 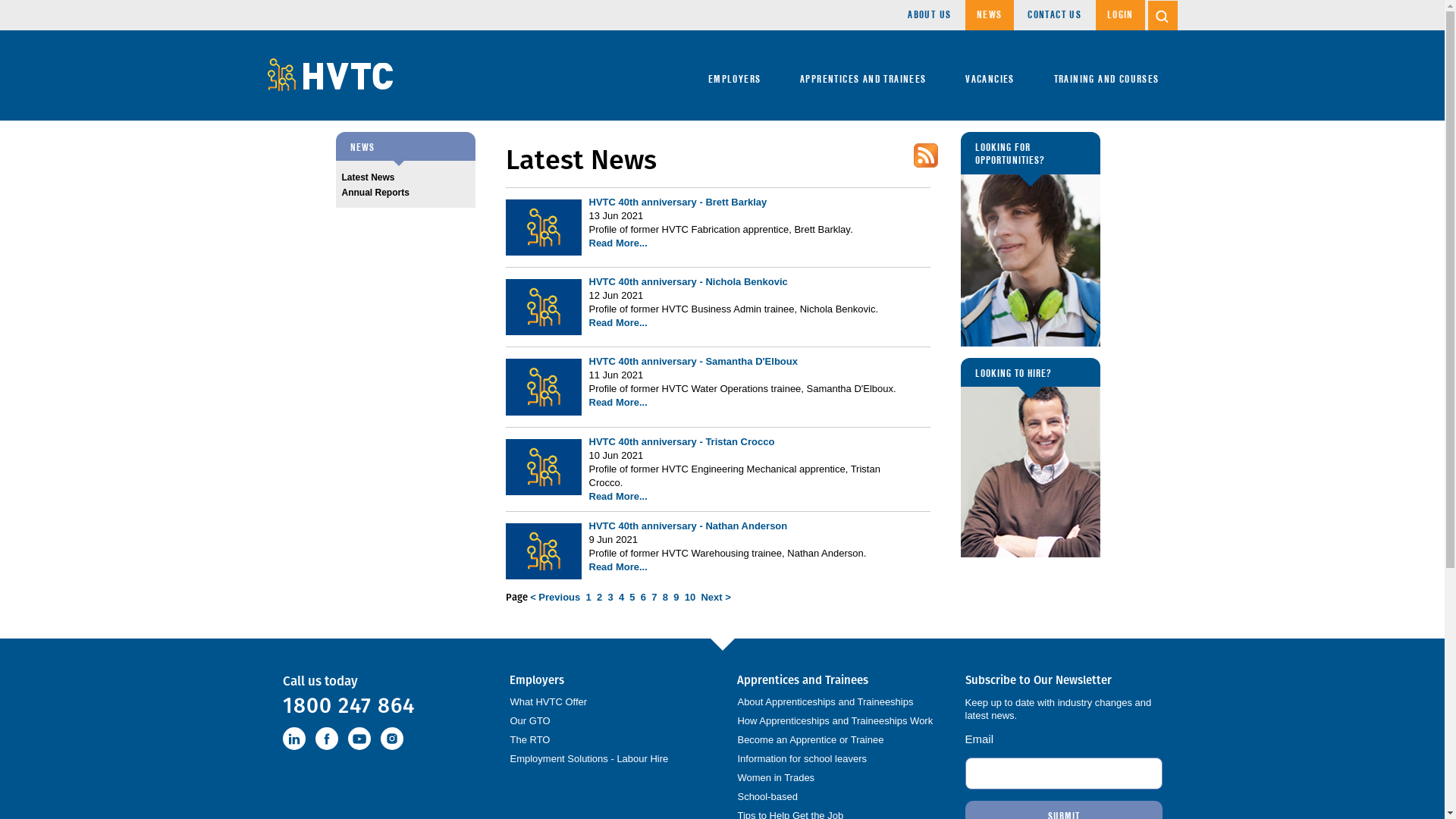 What do you see at coordinates (714, 596) in the screenshot?
I see `'Next >'` at bounding box center [714, 596].